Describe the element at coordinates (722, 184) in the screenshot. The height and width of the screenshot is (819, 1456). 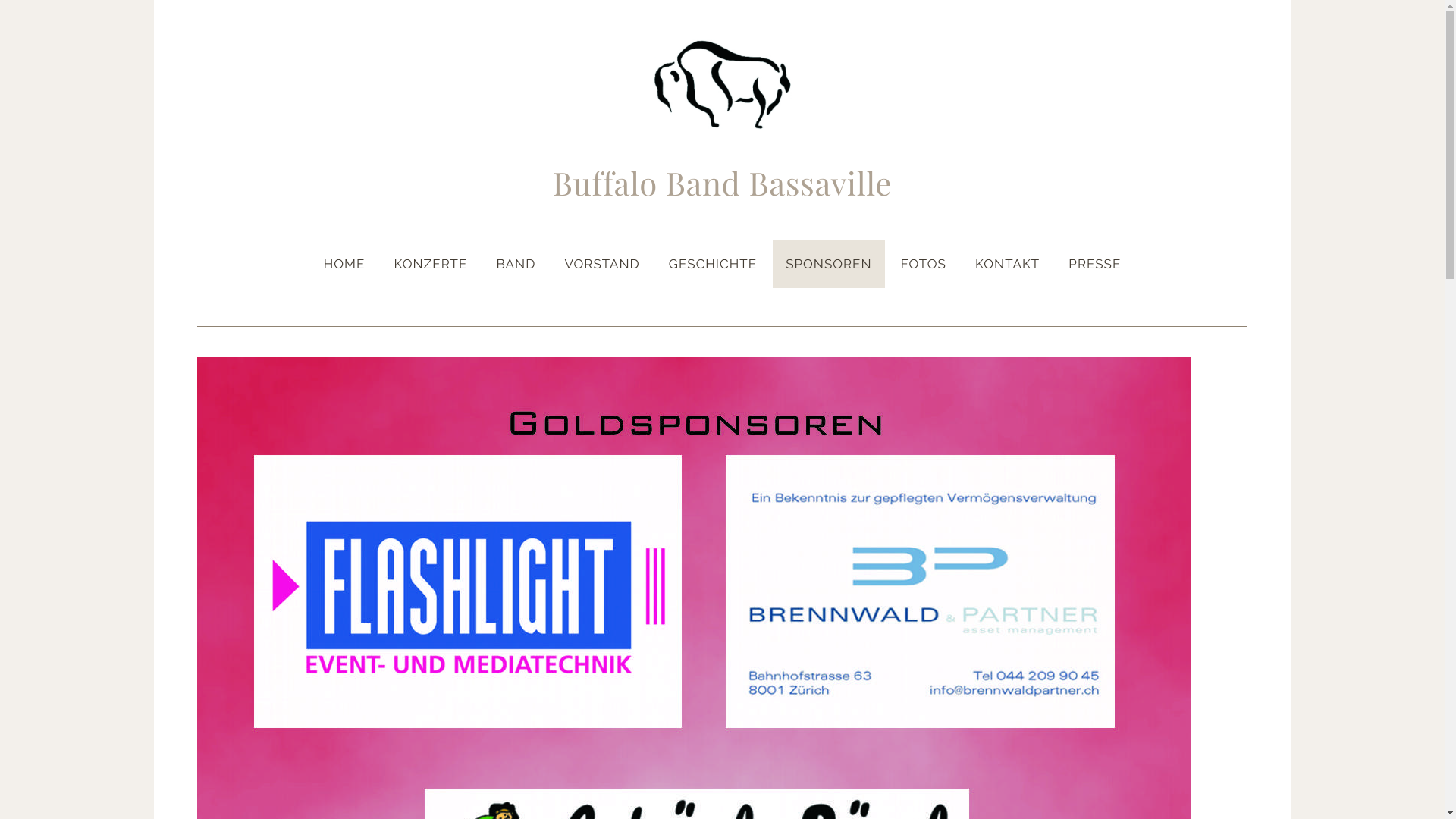
I see `'Buffalo Band Bassaville'` at that location.